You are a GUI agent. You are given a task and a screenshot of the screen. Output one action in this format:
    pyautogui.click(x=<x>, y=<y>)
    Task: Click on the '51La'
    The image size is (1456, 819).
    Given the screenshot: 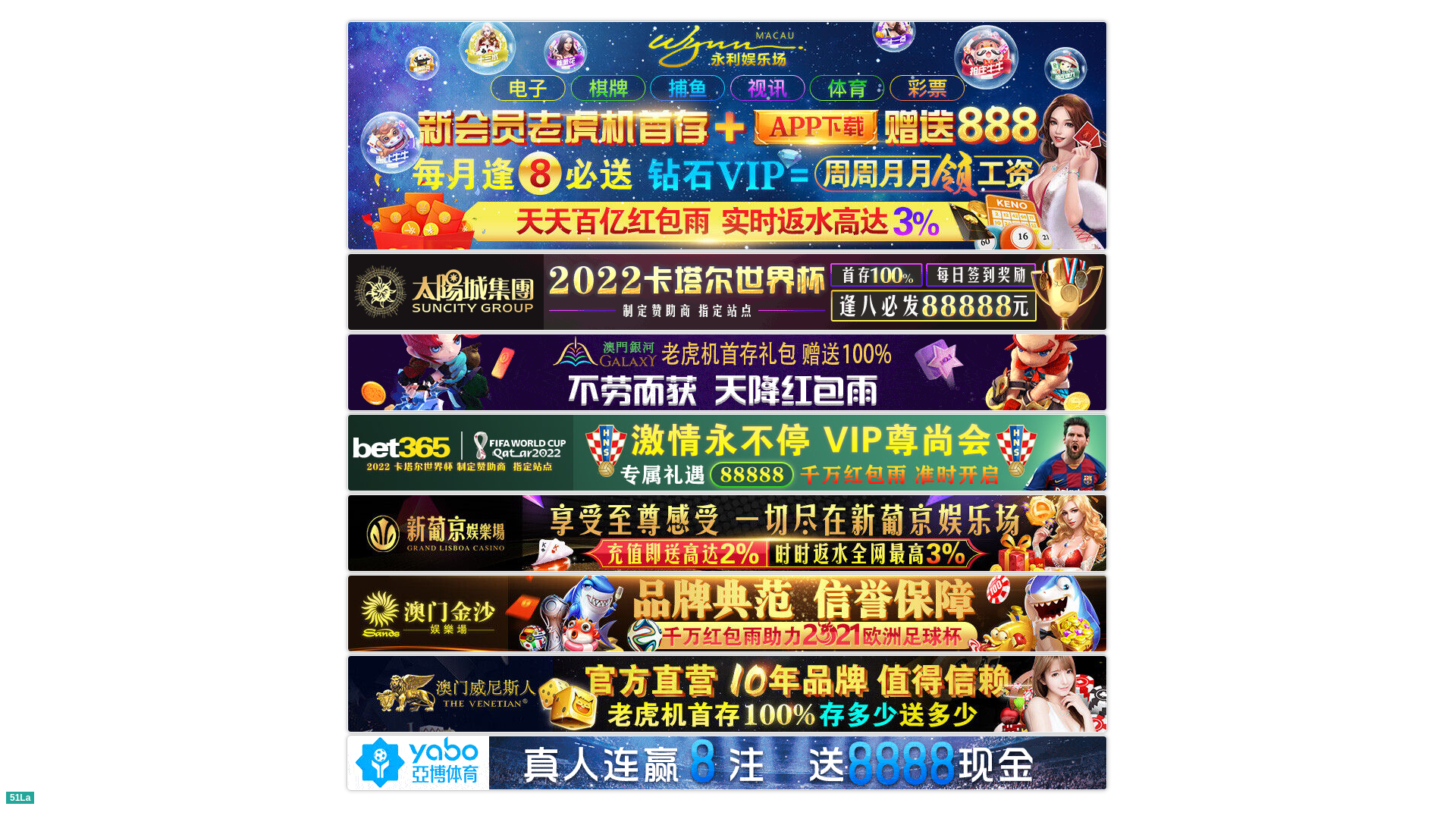 What is the action you would take?
    pyautogui.click(x=20, y=795)
    